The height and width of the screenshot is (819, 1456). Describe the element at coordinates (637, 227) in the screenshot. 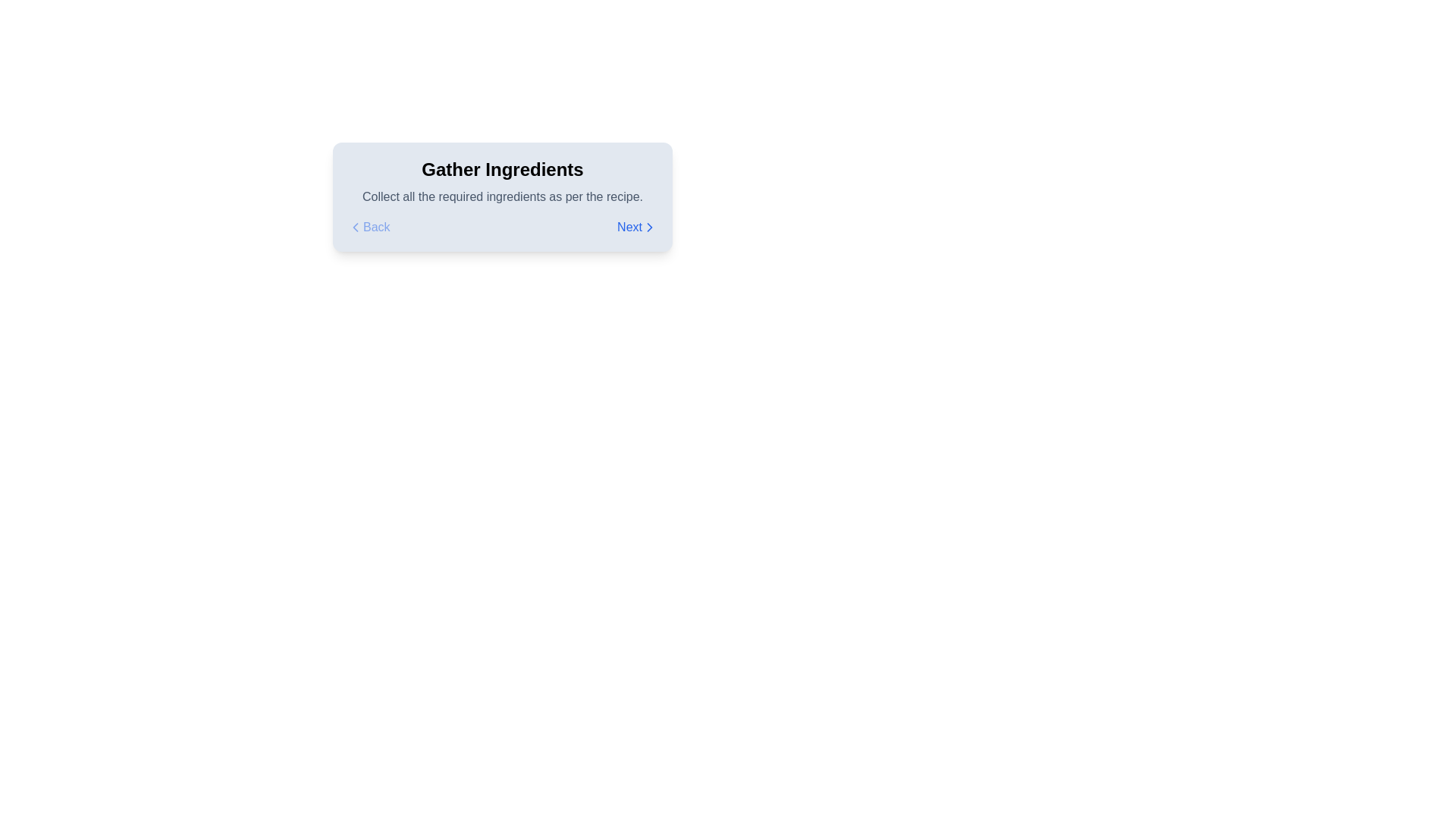

I see `the navigation button located at the bottom right of the card component` at that location.